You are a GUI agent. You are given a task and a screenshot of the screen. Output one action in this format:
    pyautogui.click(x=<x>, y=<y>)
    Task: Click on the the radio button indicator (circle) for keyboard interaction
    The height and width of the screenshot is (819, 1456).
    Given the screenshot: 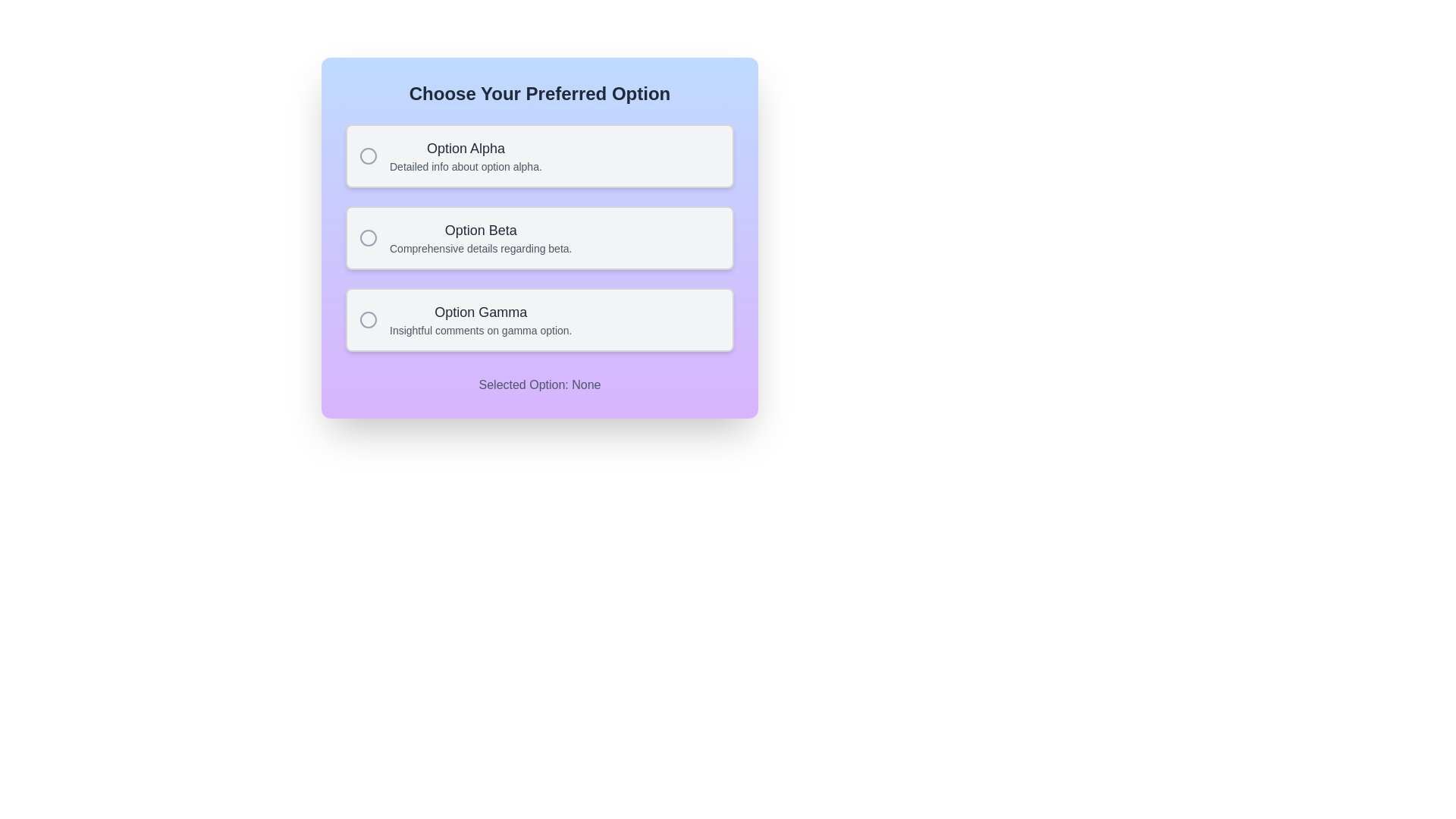 What is the action you would take?
    pyautogui.click(x=368, y=155)
    